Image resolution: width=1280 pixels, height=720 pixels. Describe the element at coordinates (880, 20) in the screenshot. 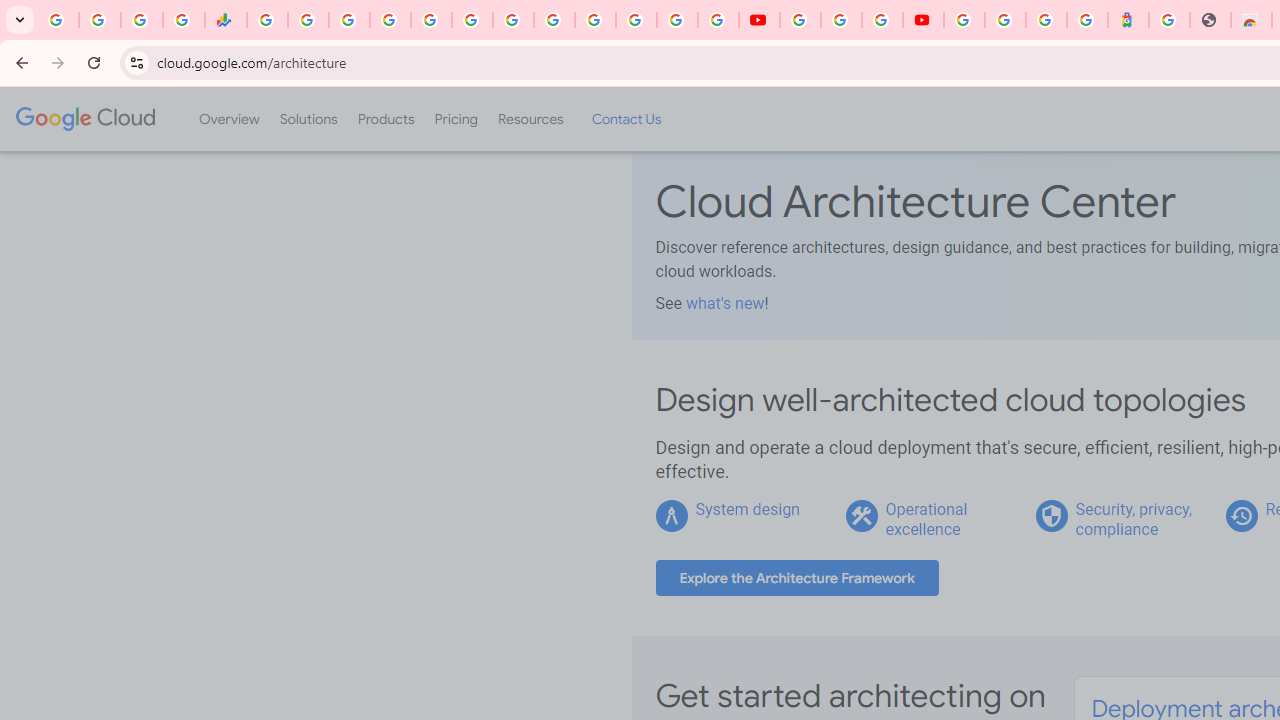

I see `'Create your Google Account'` at that location.